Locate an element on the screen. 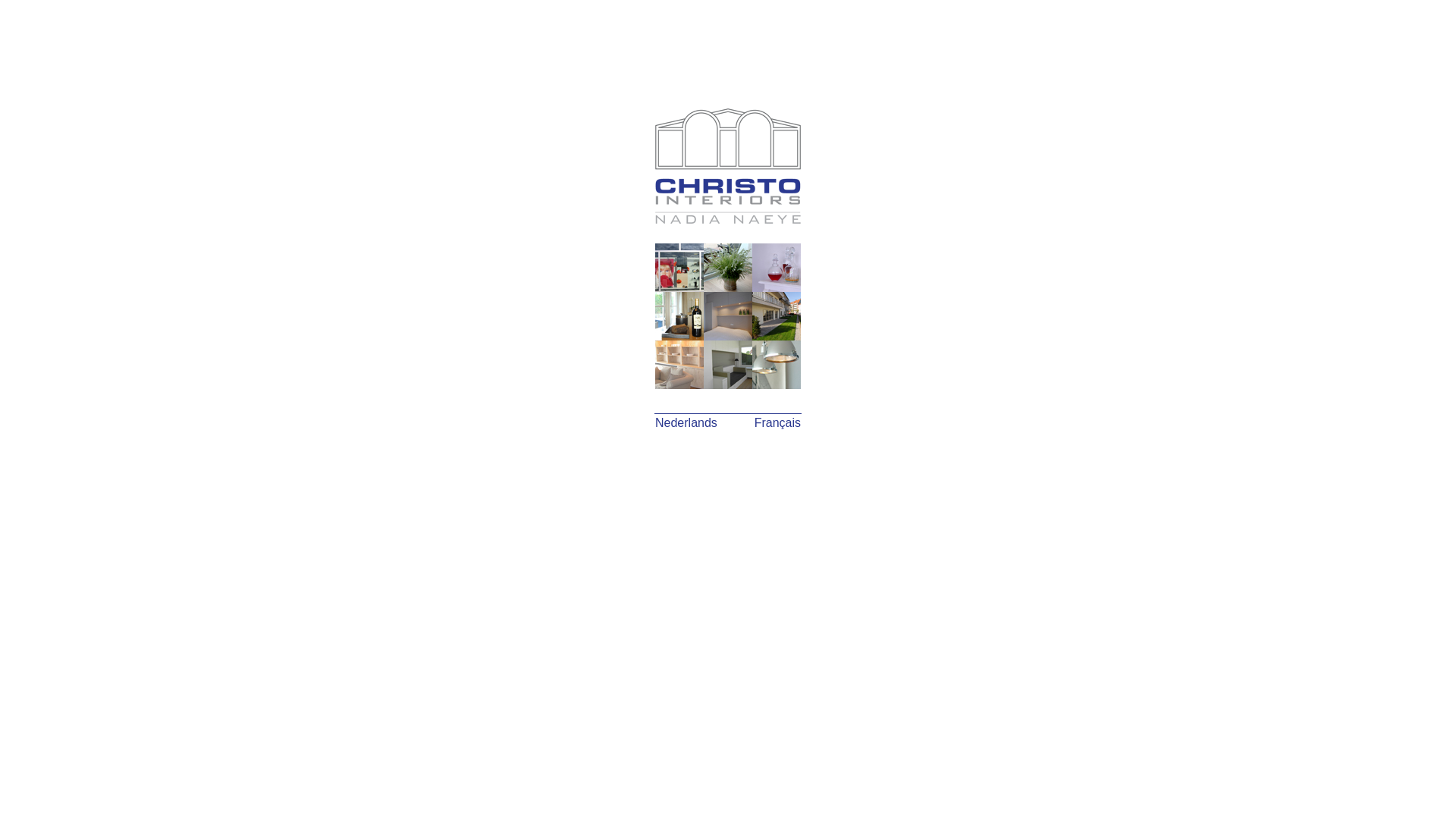  'Nederlands' is located at coordinates (655, 422).